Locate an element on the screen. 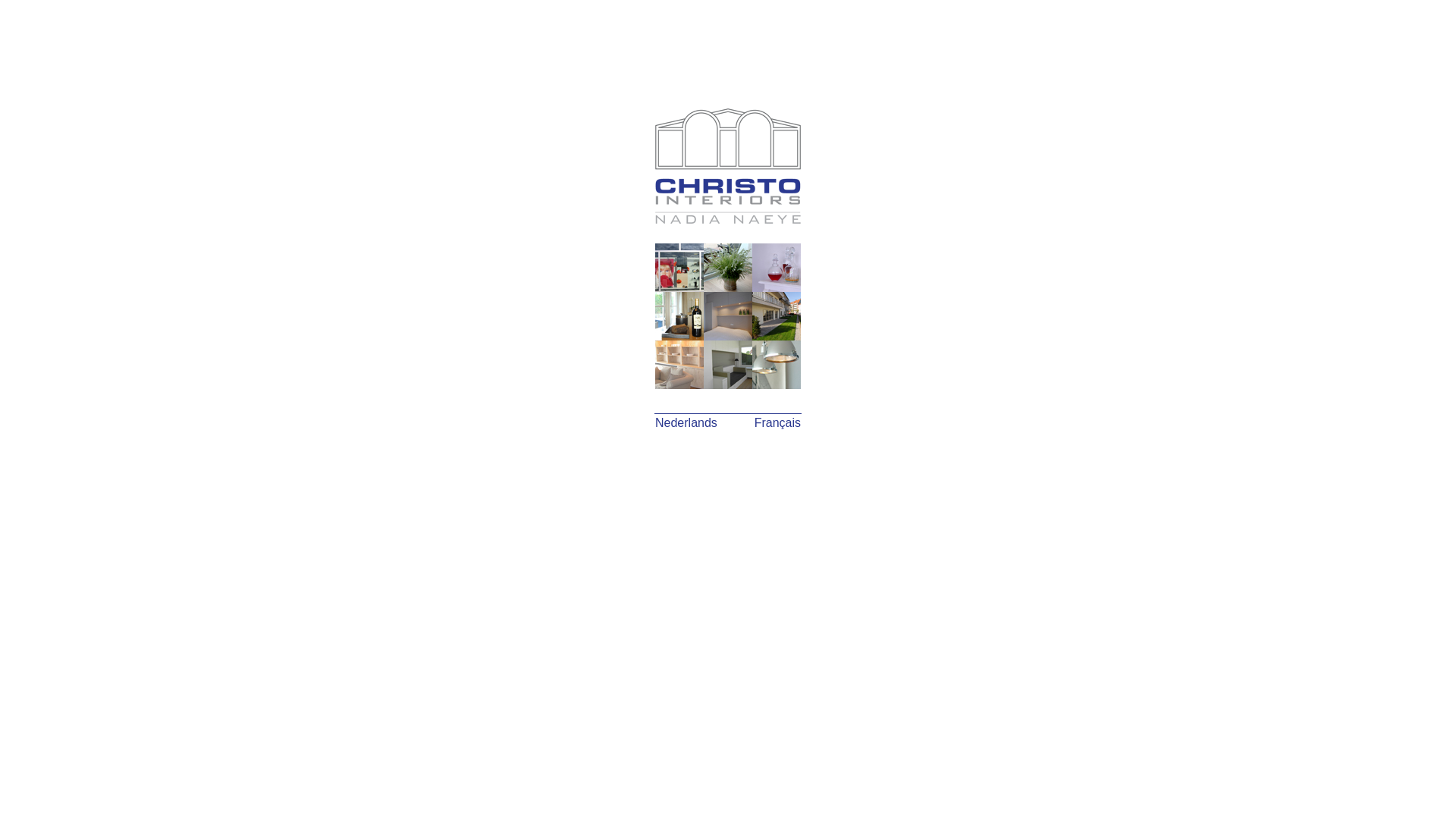  'Nederlands' is located at coordinates (655, 422).